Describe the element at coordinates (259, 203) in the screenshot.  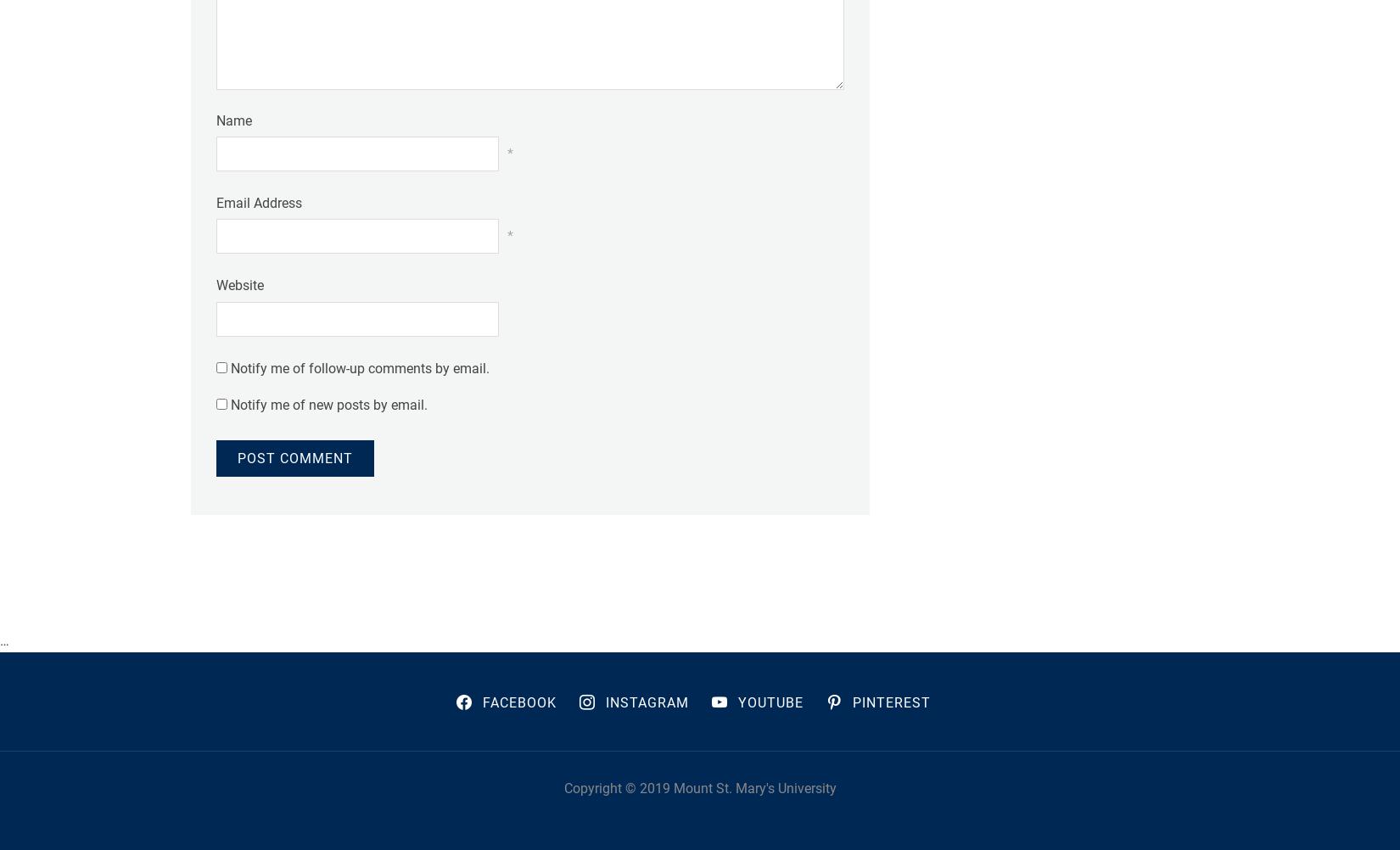
I see `'Email Address'` at that location.